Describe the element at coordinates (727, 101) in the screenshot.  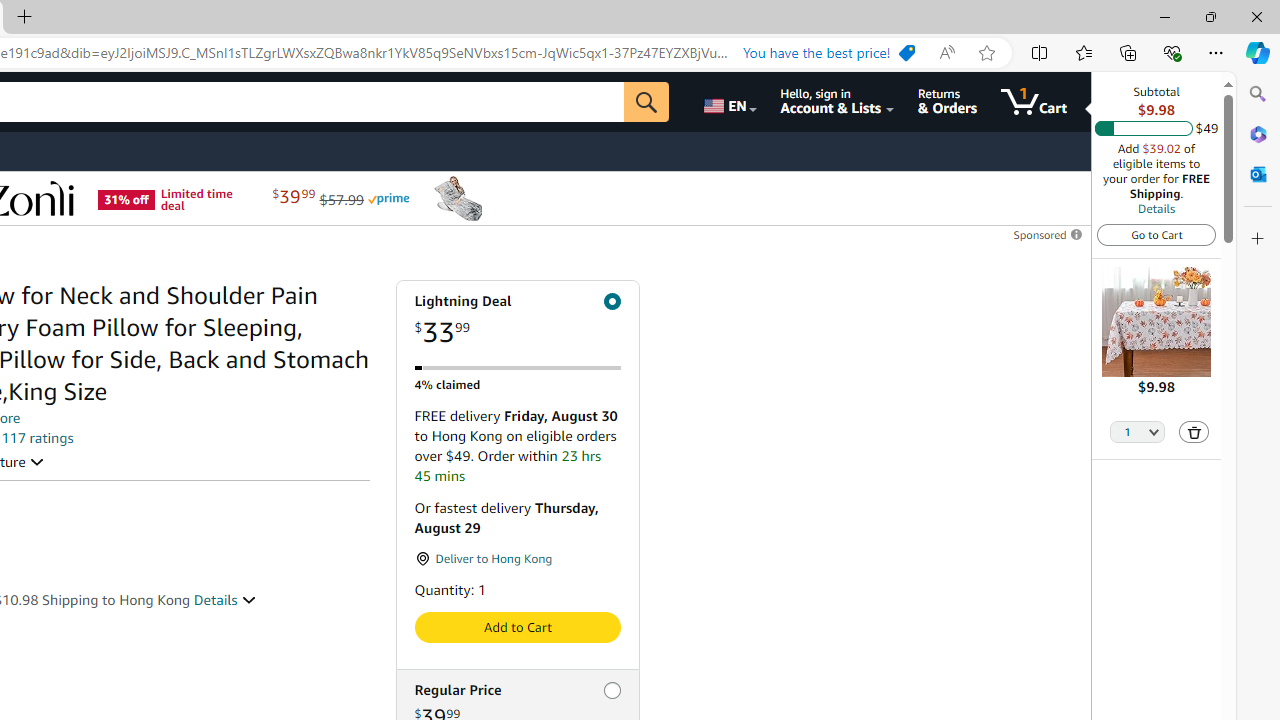
I see `'Choose a language for shopping.'` at that location.